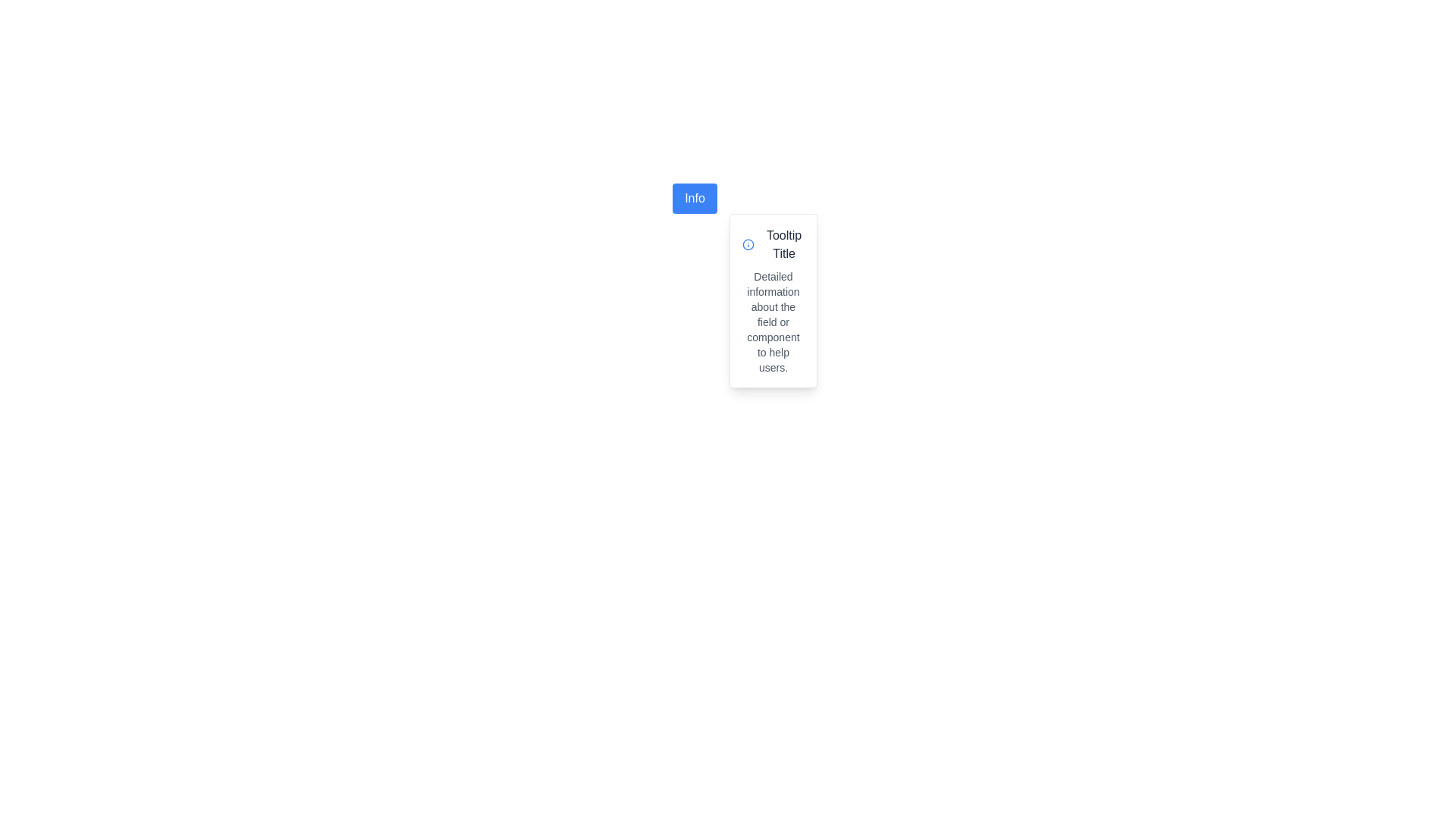 This screenshot has width=1456, height=819. Describe the element at coordinates (773, 321) in the screenshot. I see `the guidance content text block located in the tooltip box, which is the second item under 'Tooltip Title' following the blue information icon` at that location.